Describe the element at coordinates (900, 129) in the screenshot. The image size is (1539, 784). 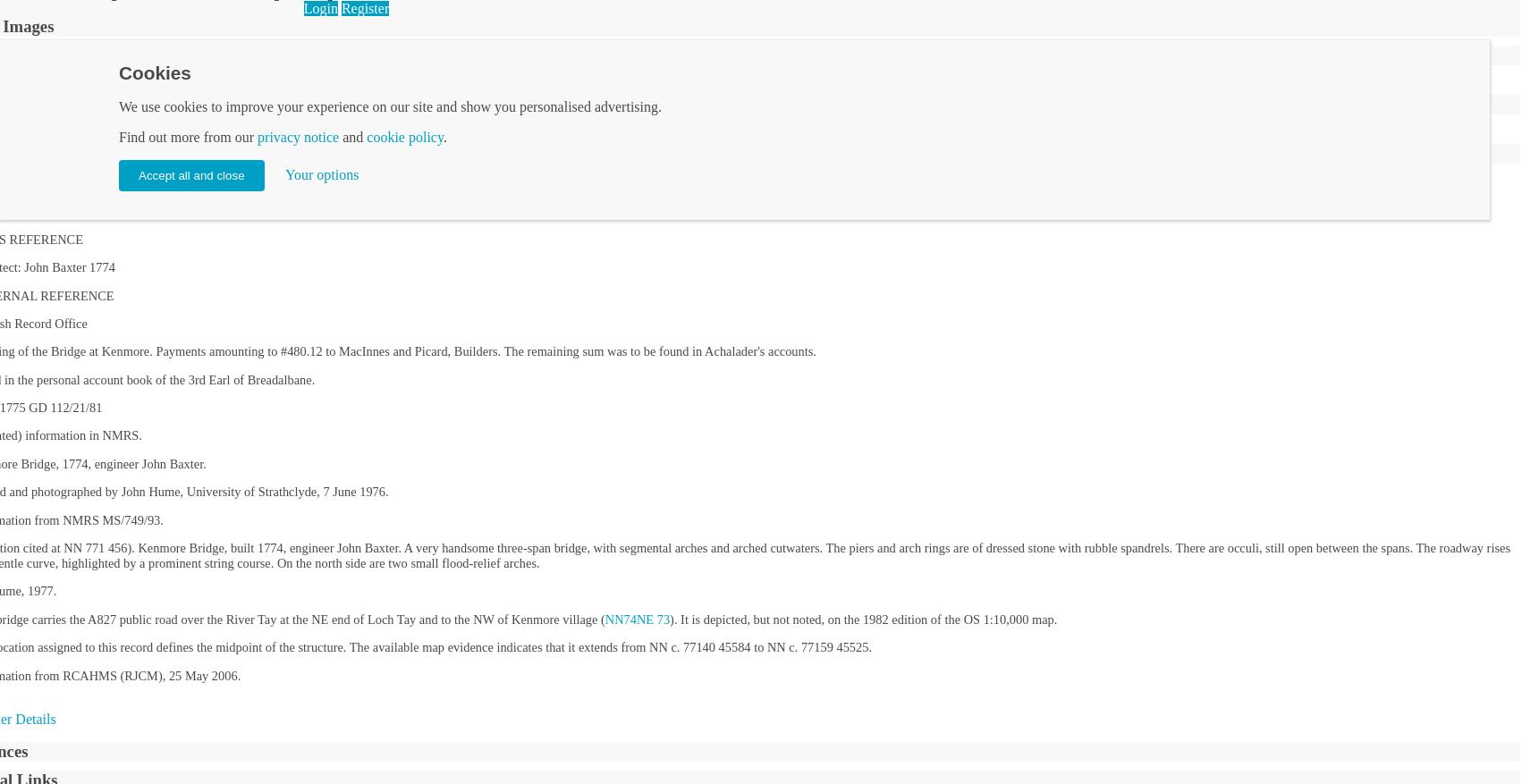
I see `'Perthshire'` at that location.